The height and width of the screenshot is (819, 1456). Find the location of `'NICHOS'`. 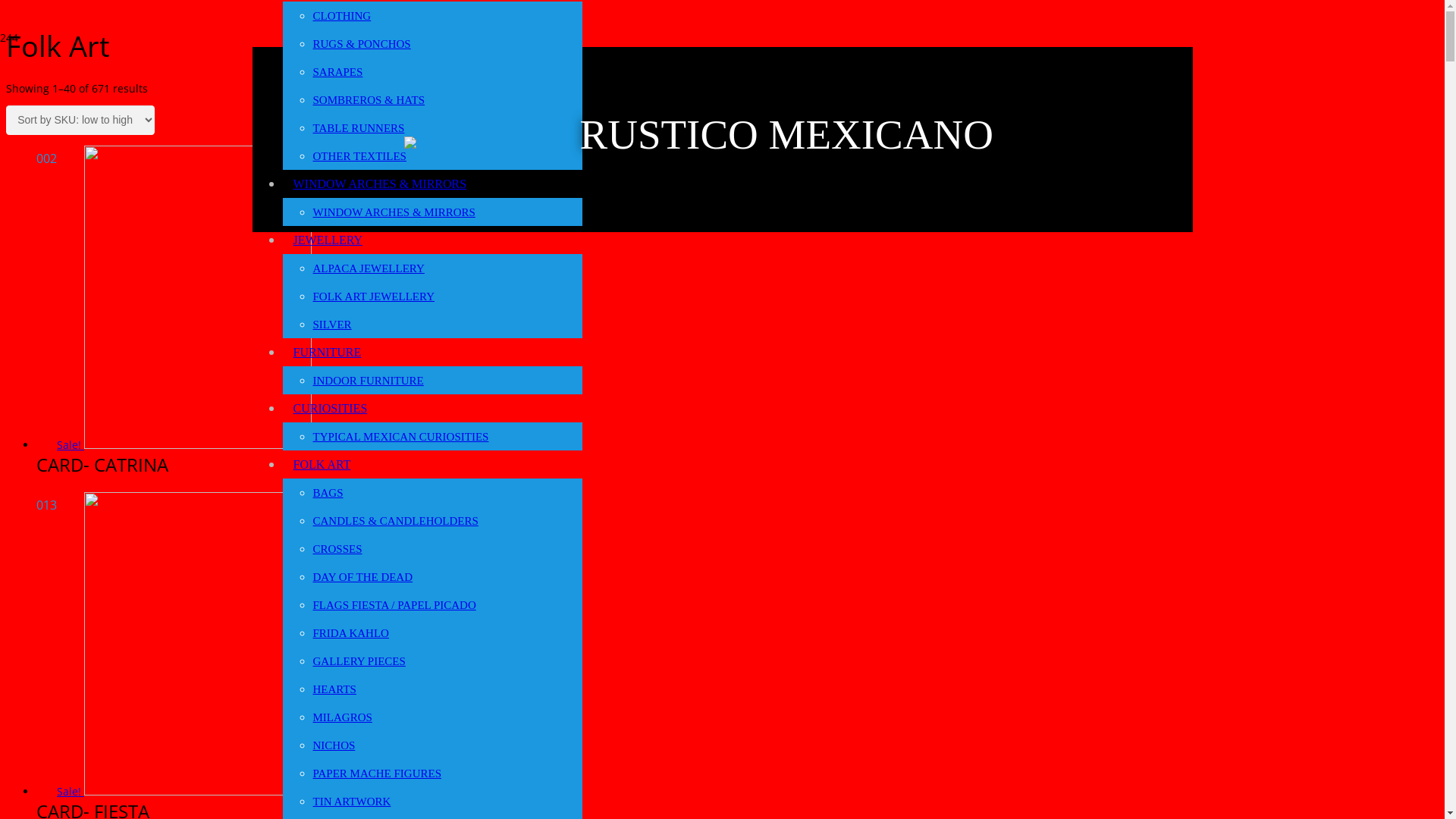

'NICHOS' is located at coordinates (333, 745).